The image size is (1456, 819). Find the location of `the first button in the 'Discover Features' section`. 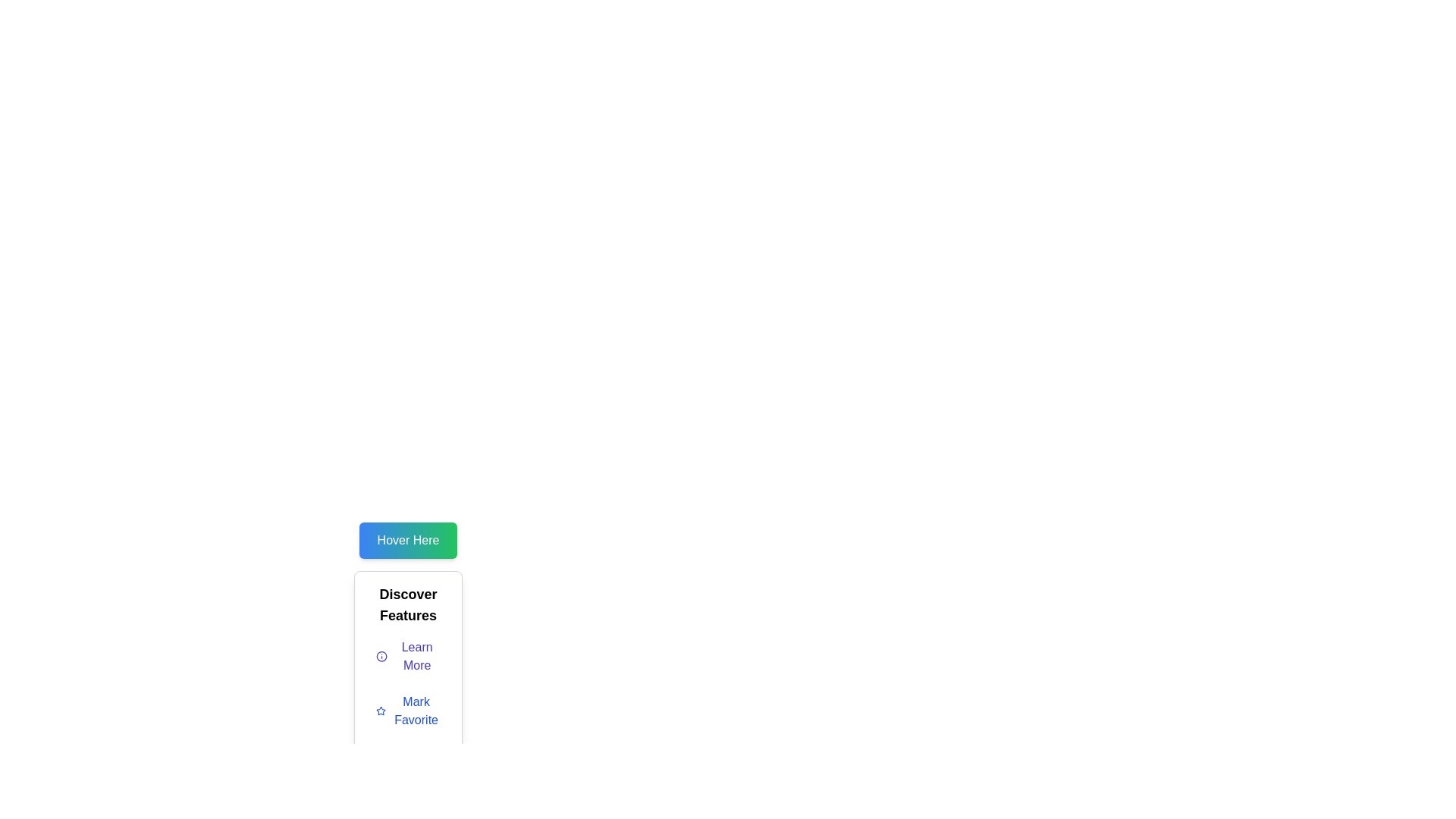

the first button in the 'Discover Features' section is located at coordinates (408, 656).